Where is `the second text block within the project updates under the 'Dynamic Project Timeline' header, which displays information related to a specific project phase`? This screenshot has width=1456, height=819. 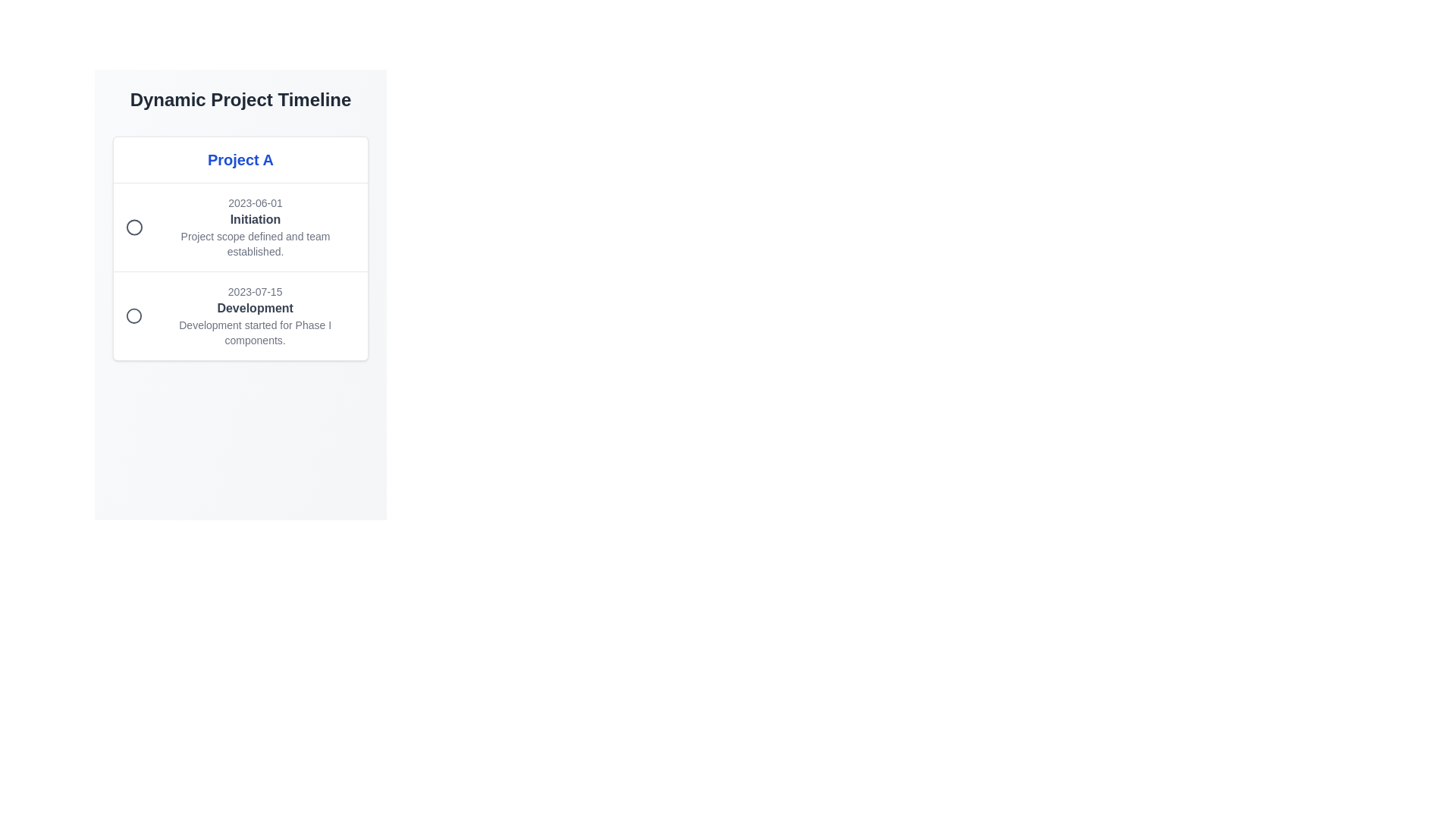
the second text block within the project updates under the 'Dynamic Project Timeline' header, which displays information related to a specific project phase is located at coordinates (255, 315).